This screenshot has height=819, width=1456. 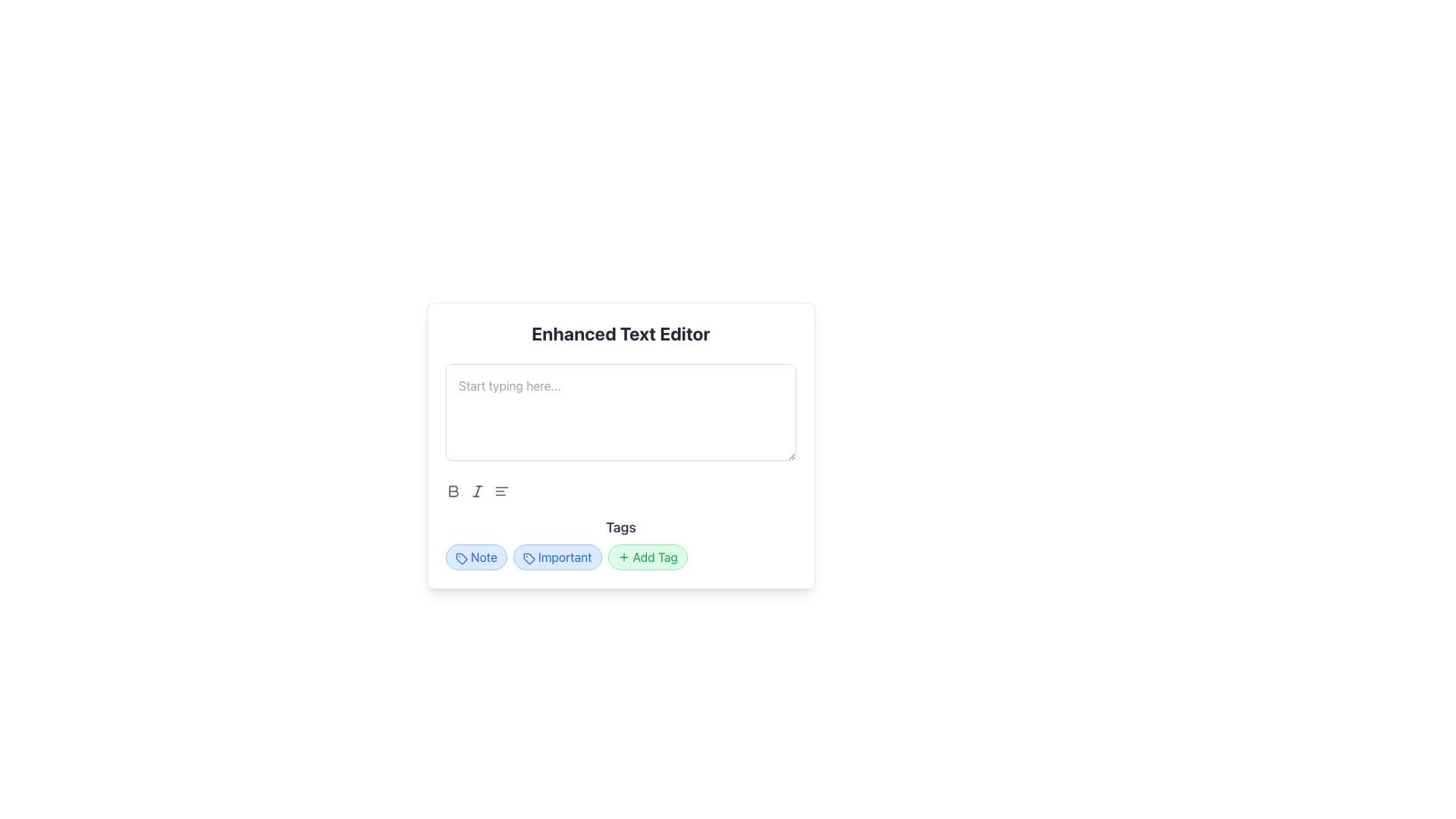 I want to click on the blue 'Note' button within the group of interactive tag buttons located in the 'Tags' section below the 'Enhanced Text Editor' text box to highlight or manage it, so click(x=621, y=557).